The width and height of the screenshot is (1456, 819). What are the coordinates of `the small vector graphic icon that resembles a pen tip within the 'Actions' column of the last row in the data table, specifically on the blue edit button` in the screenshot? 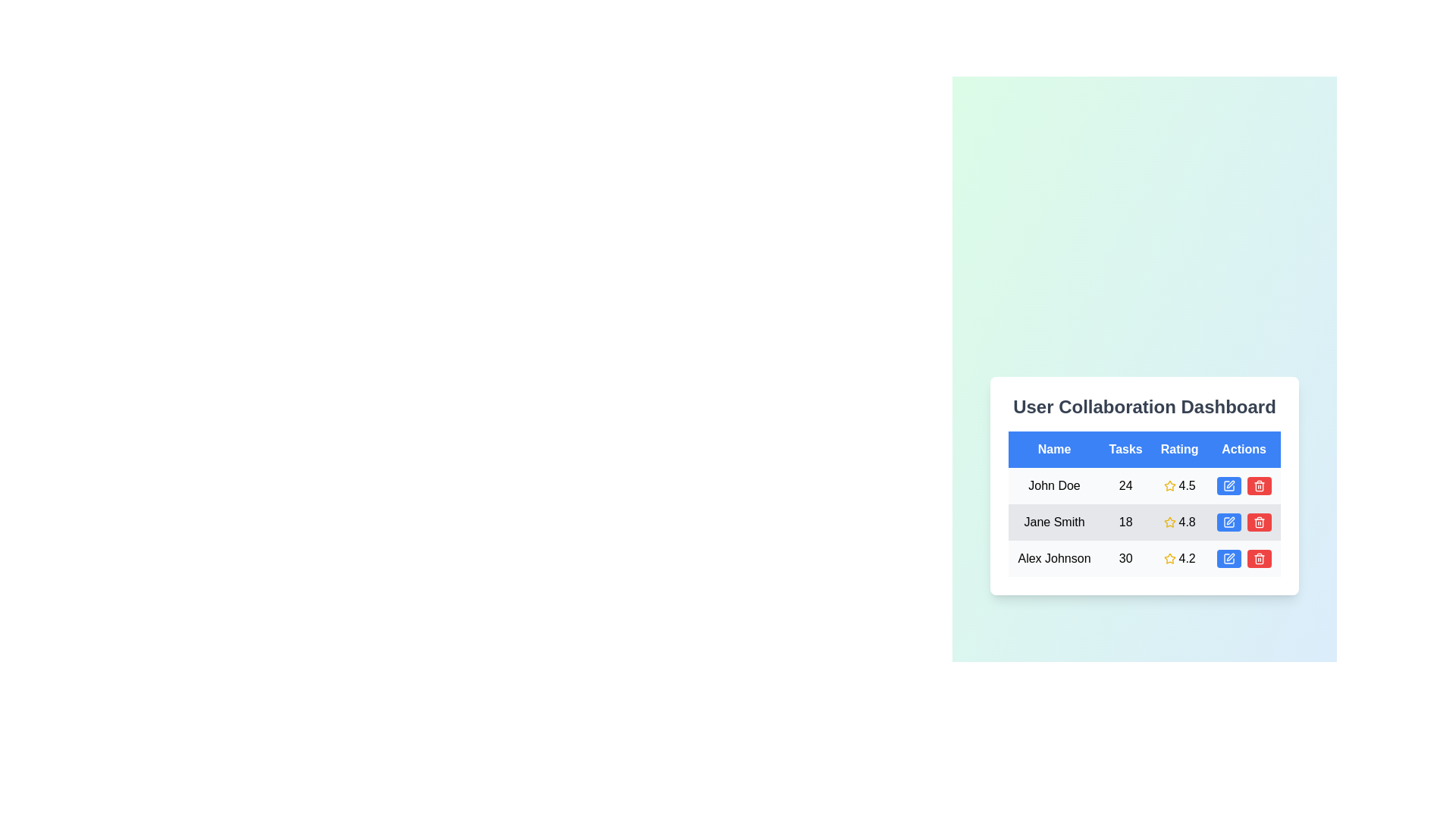 It's located at (1230, 557).